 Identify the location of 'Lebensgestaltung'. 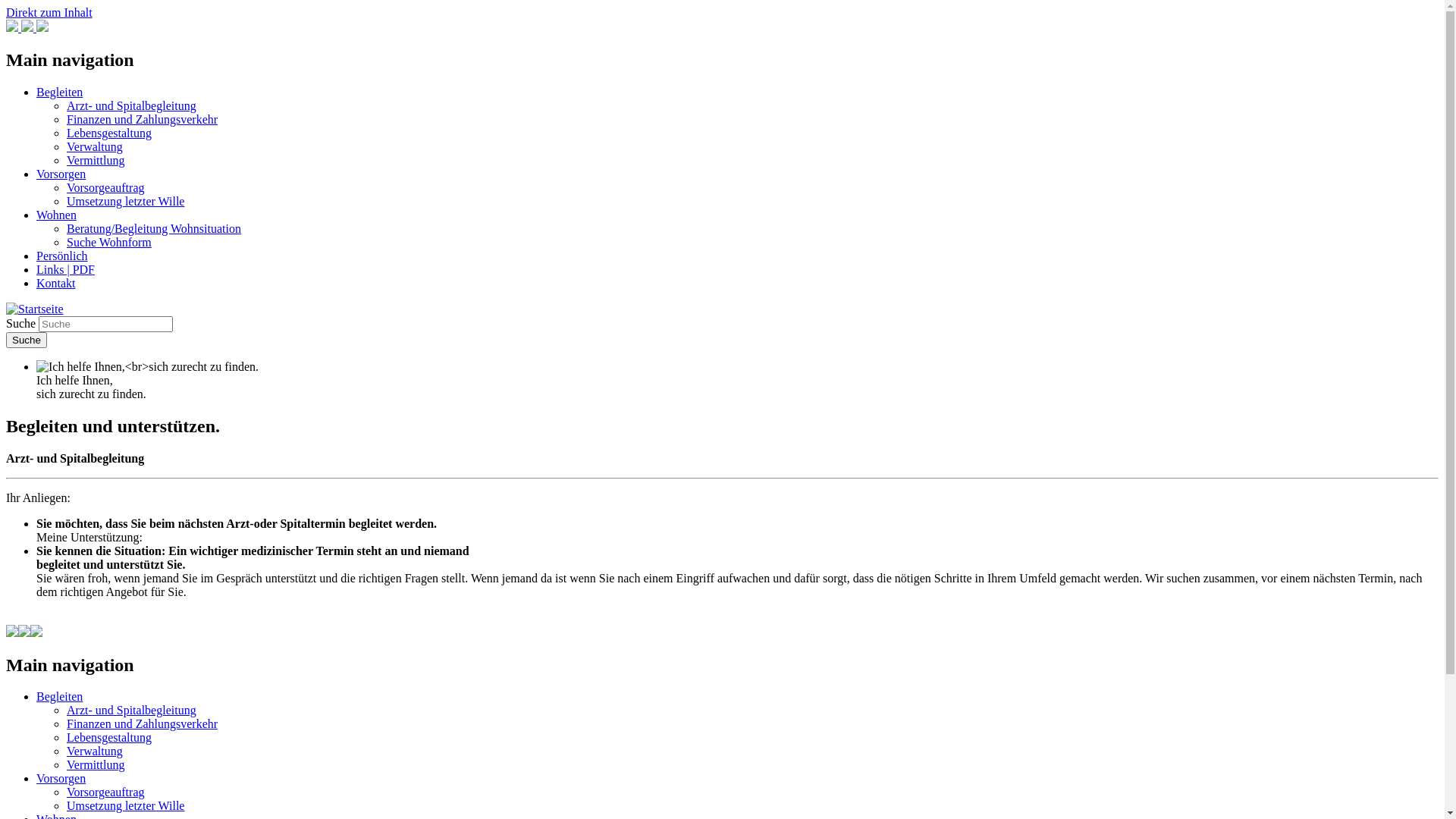
(108, 132).